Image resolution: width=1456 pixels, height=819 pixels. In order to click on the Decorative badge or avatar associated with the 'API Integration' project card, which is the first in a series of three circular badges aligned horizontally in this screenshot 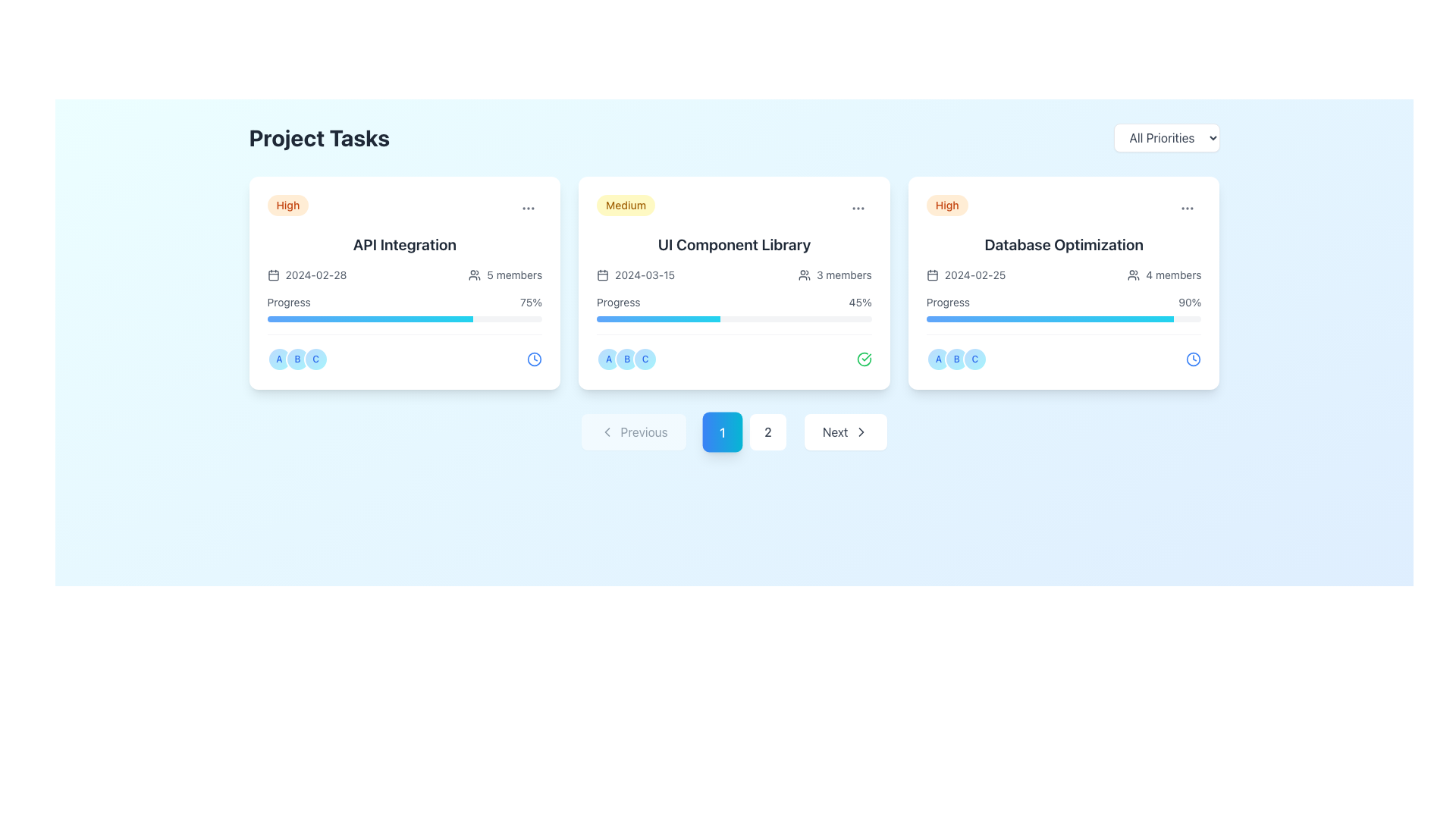, I will do `click(279, 359)`.